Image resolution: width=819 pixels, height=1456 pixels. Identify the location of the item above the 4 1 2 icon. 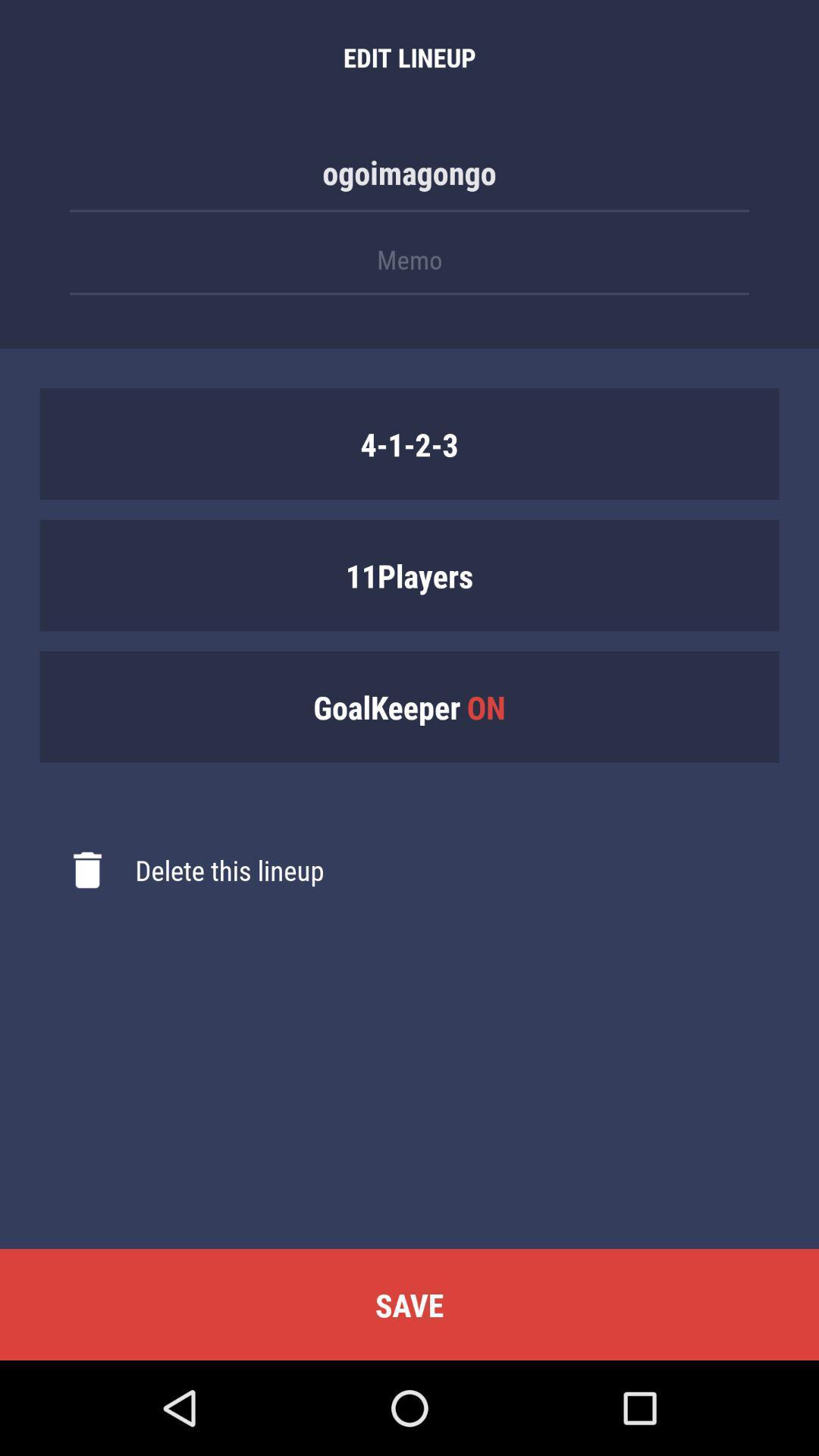
(409, 267).